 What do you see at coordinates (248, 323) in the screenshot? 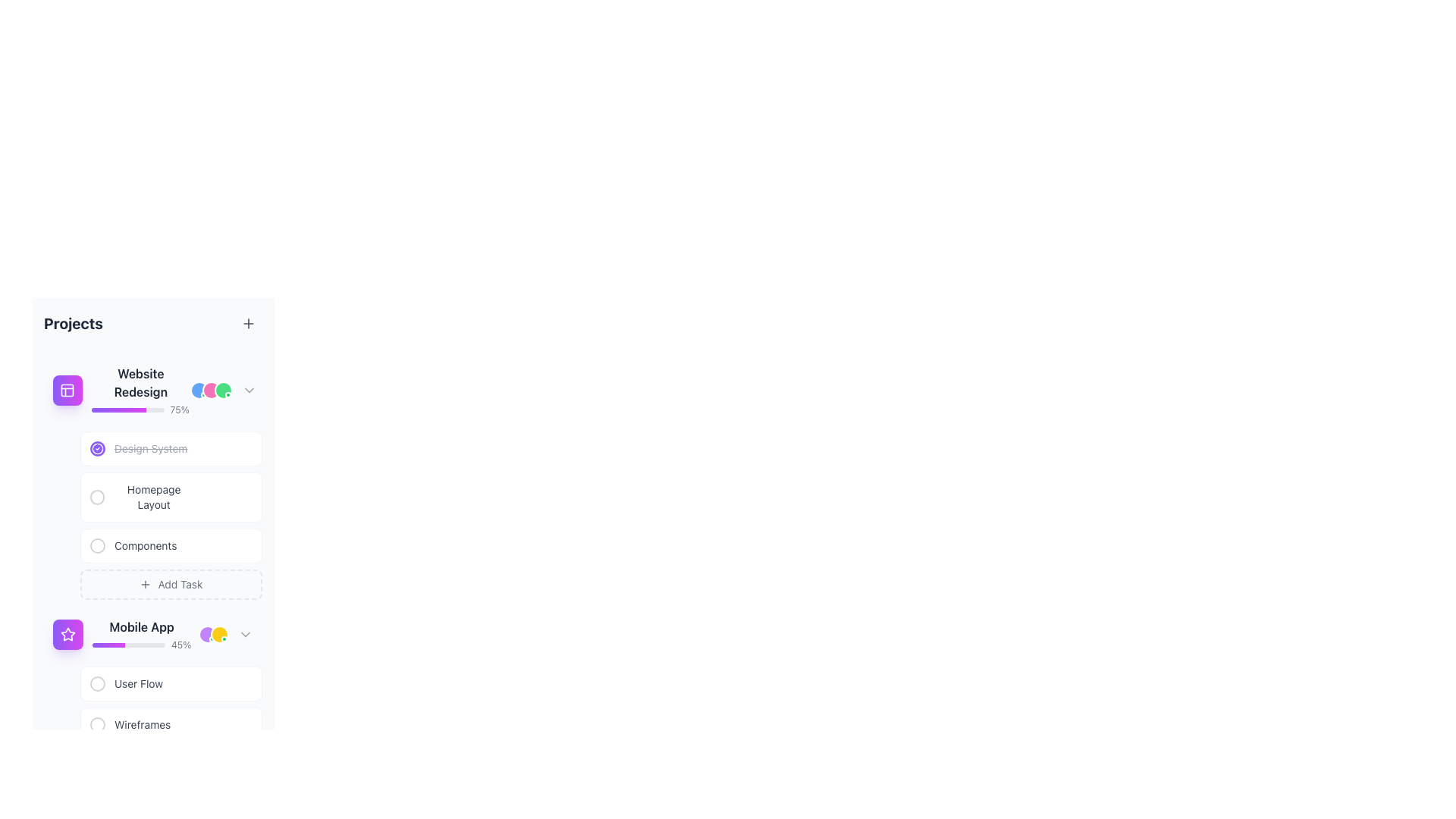
I see `the button with a plus-icon located in the top-right corner of the 'Projects' section to initiate adding a new item` at bounding box center [248, 323].